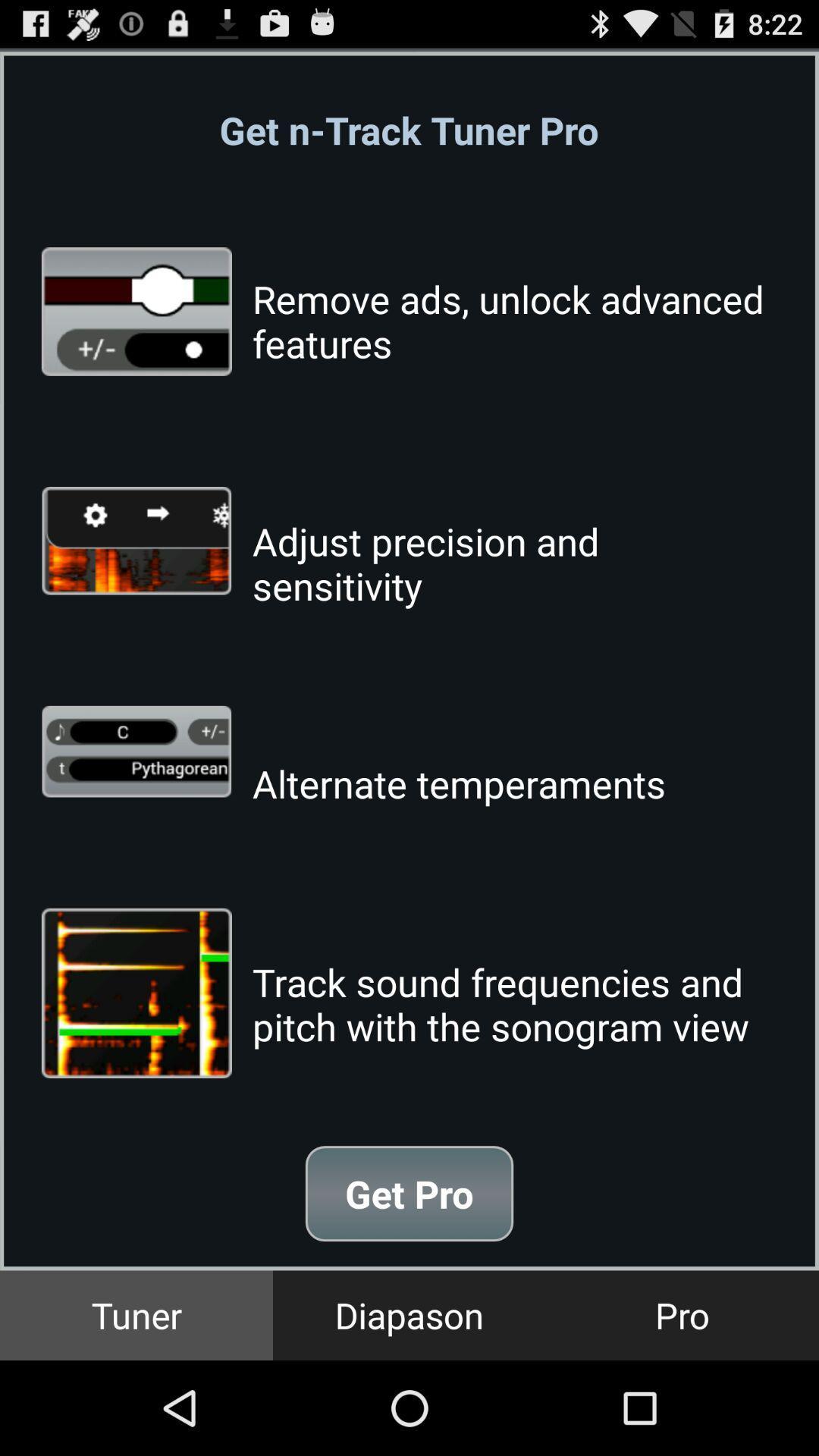 This screenshot has height=1456, width=819. What do you see at coordinates (409, 1314) in the screenshot?
I see `diapason button` at bounding box center [409, 1314].